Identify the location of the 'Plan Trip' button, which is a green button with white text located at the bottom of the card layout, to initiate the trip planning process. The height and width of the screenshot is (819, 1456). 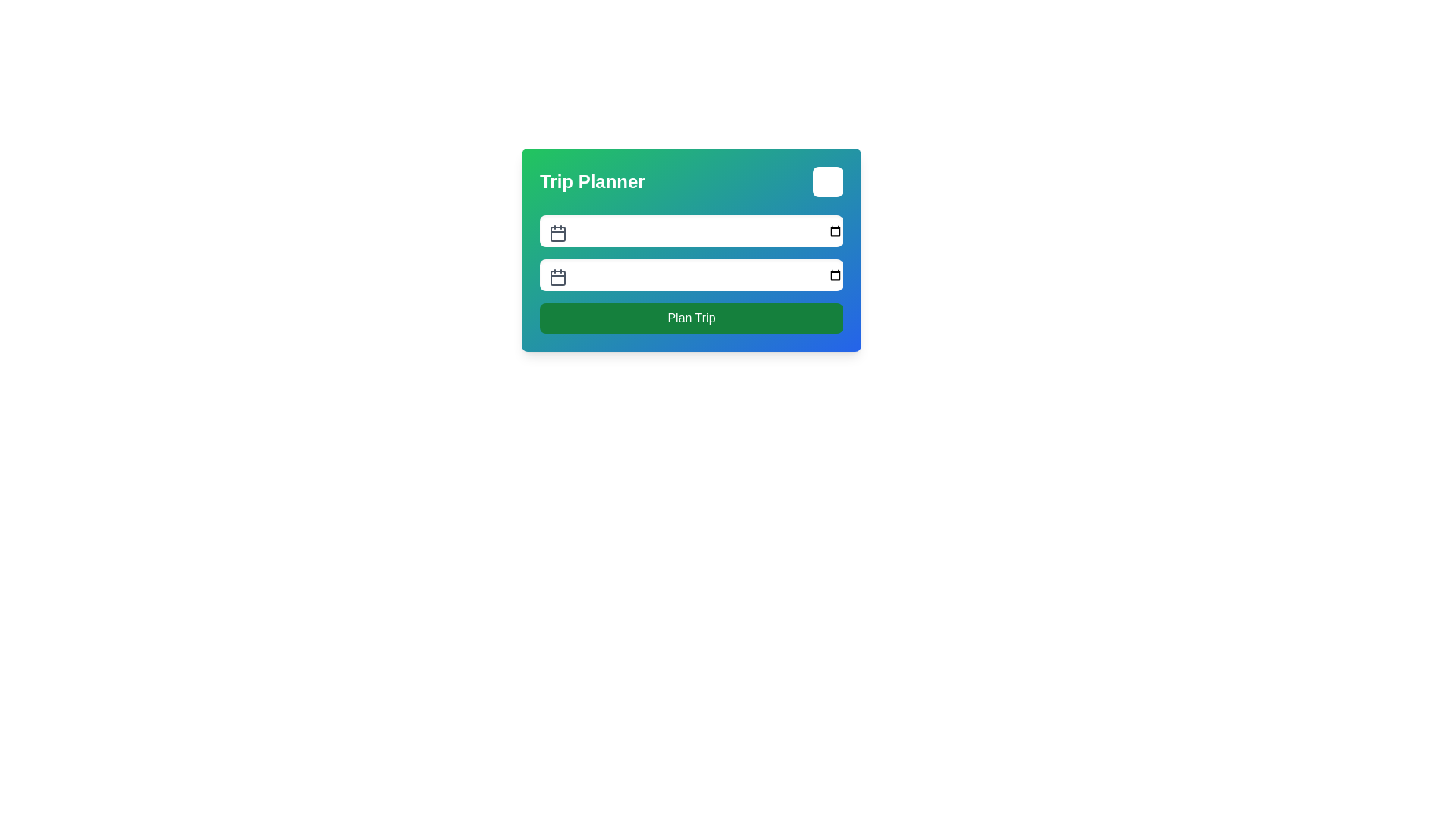
(691, 318).